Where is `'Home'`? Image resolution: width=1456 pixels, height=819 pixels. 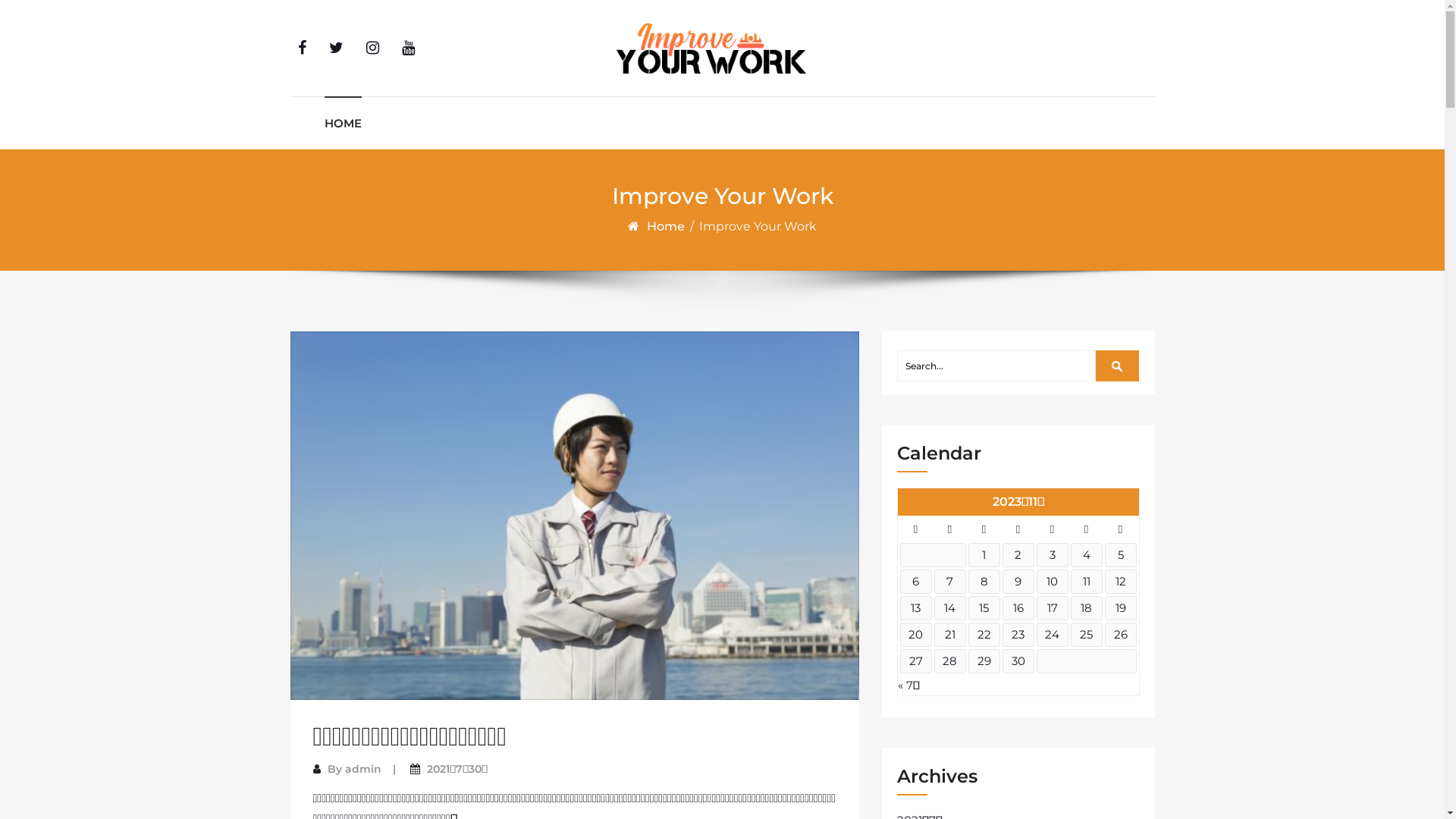 'Home' is located at coordinates (667, 226).